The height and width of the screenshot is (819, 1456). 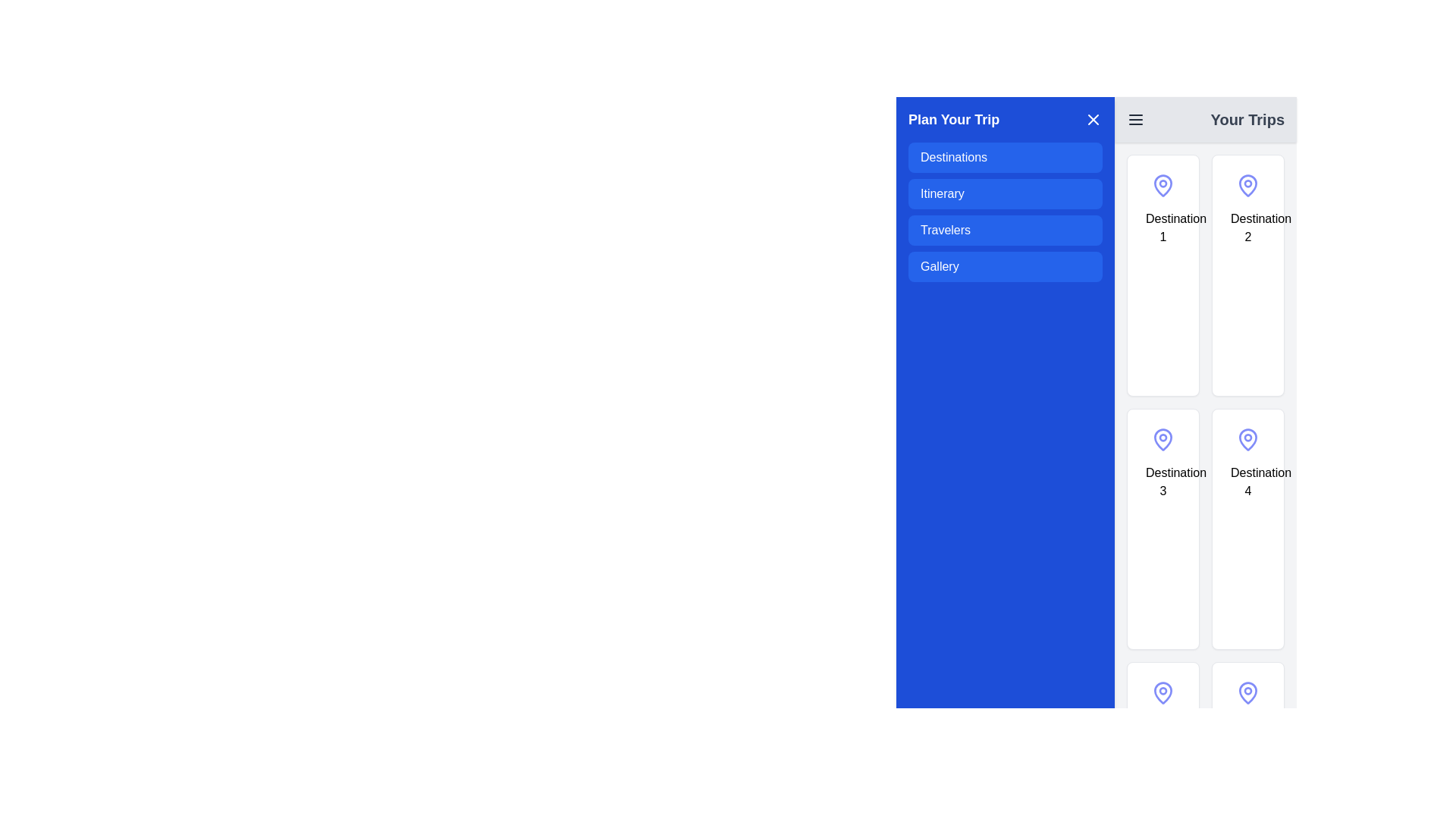 What do you see at coordinates (1093, 119) in the screenshot?
I see `the small 'X' icon button located in the upper right corner of the 'Plan Your Trip' section` at bounding box center [1093, 119].